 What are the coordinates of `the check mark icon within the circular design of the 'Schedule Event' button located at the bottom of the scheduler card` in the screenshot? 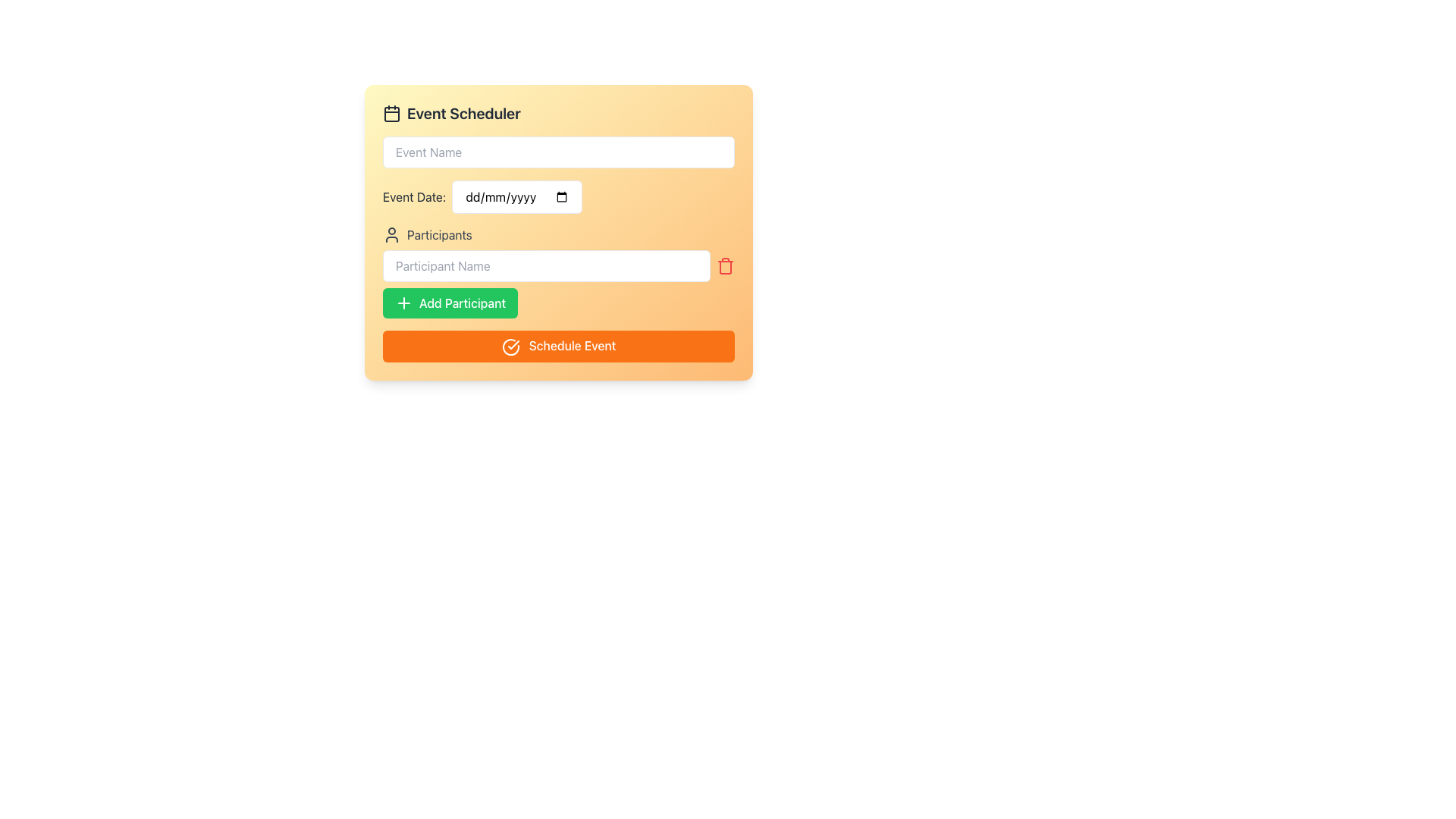 It's located at (513, 344).